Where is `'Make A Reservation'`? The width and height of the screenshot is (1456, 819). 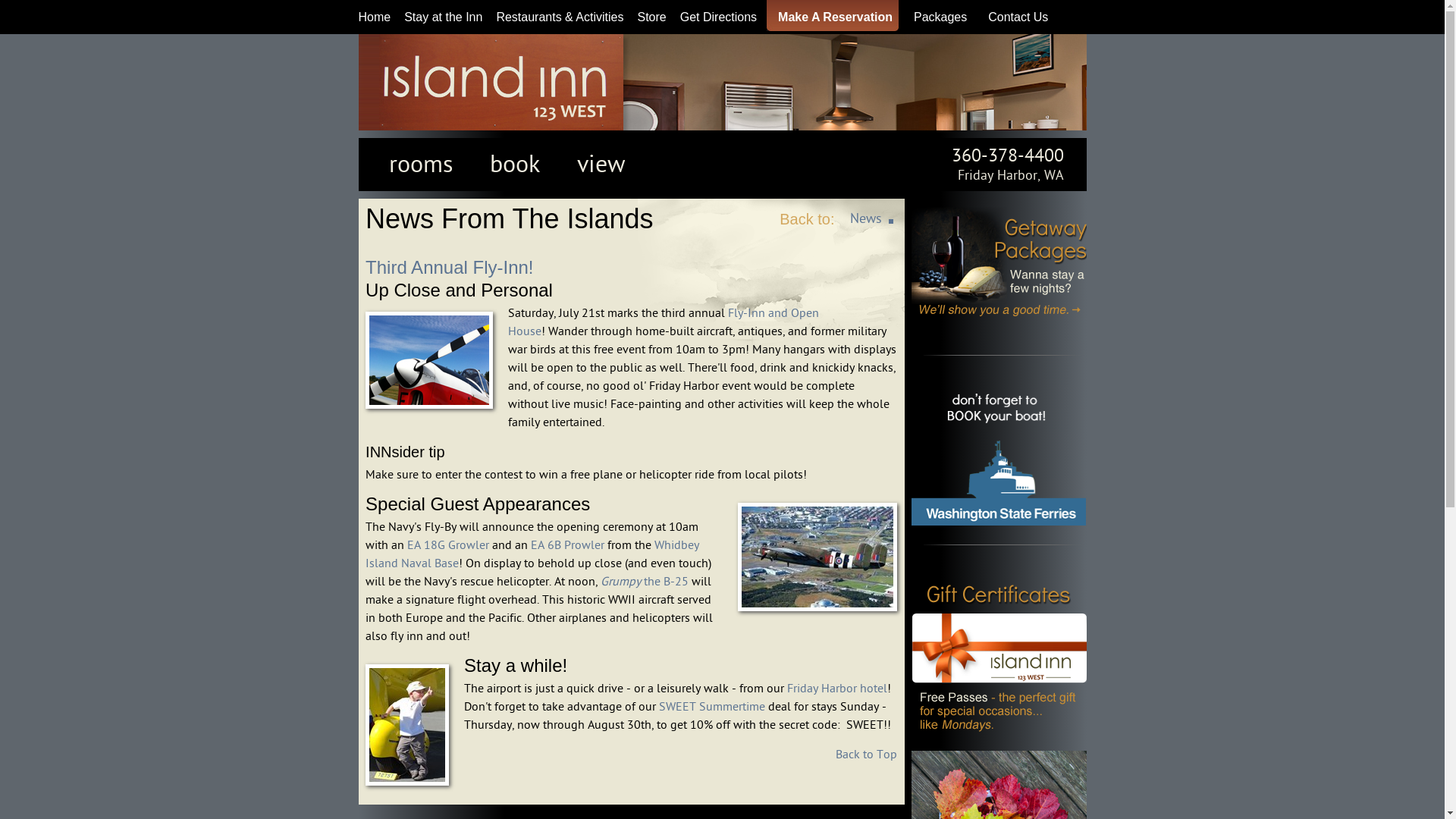
'Make A Reservation' is located at coordinates (830, 17).